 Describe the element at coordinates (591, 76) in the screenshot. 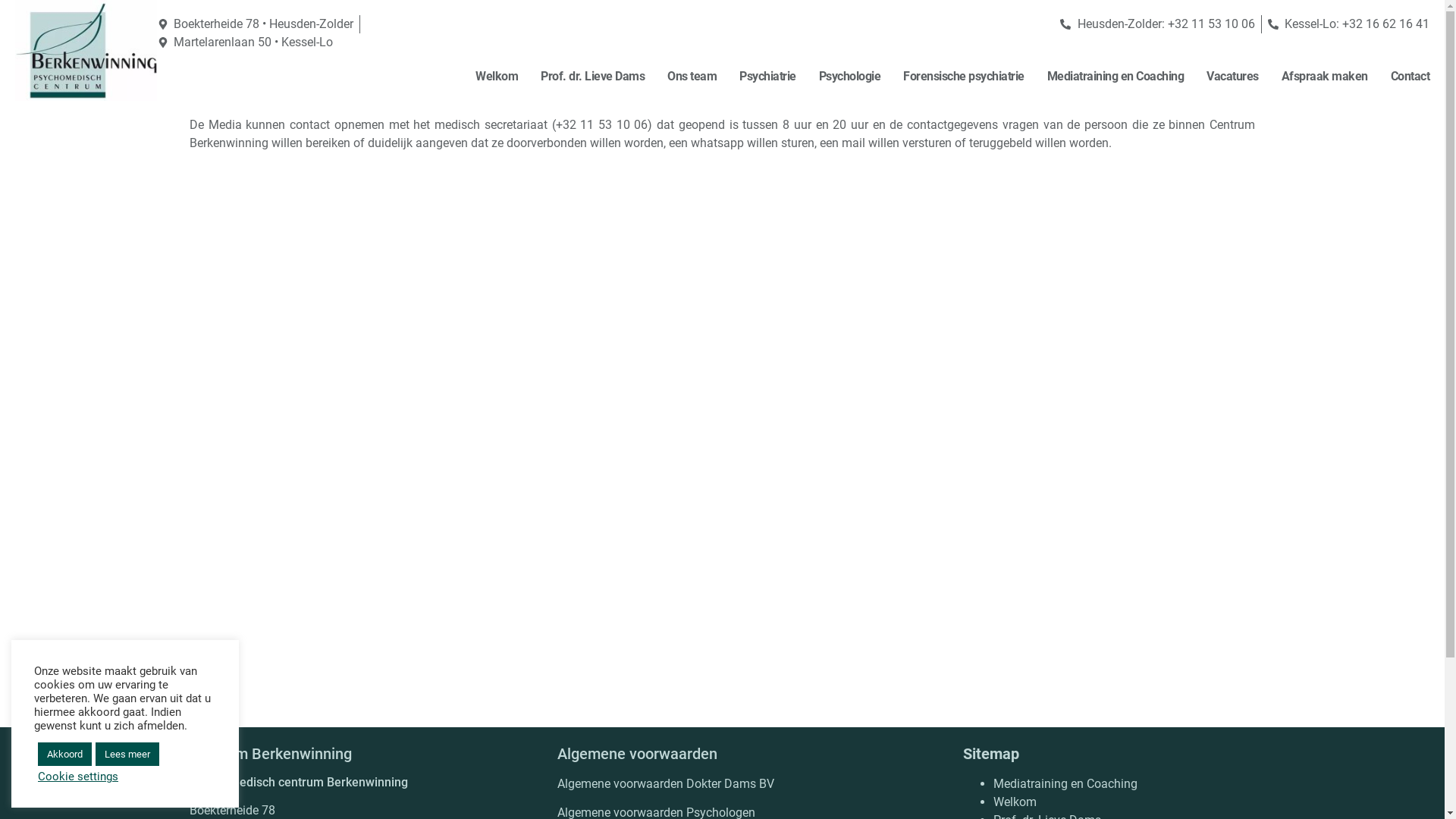

I see `'Prof. dr. Lieve Dams'` at that location.